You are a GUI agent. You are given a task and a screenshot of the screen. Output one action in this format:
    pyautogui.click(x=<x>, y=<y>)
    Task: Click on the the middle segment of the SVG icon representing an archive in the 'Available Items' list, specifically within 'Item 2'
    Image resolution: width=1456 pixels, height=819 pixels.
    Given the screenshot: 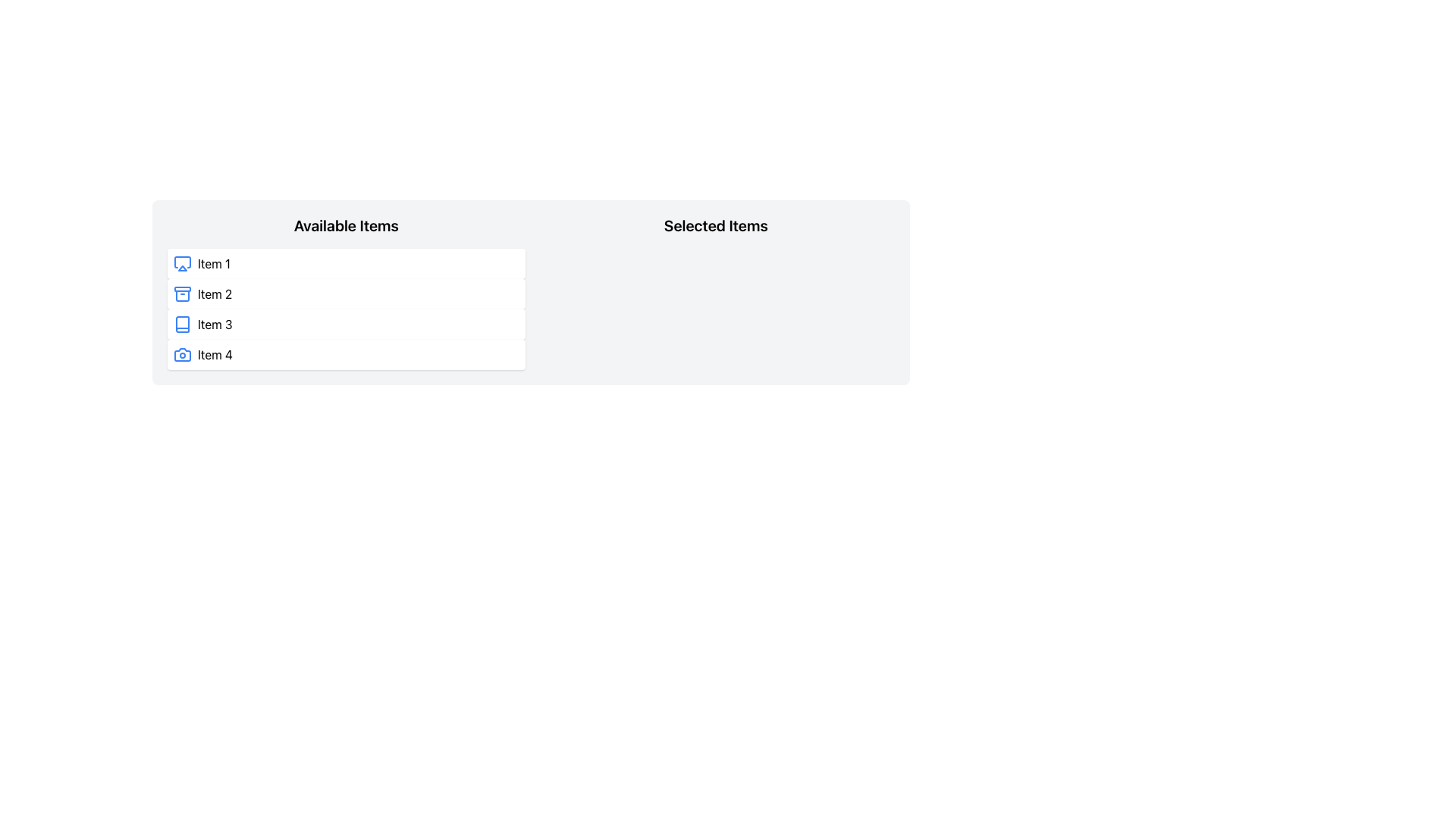 What is the action you would take?
    pyautogui.click(x=182, y=296)
    